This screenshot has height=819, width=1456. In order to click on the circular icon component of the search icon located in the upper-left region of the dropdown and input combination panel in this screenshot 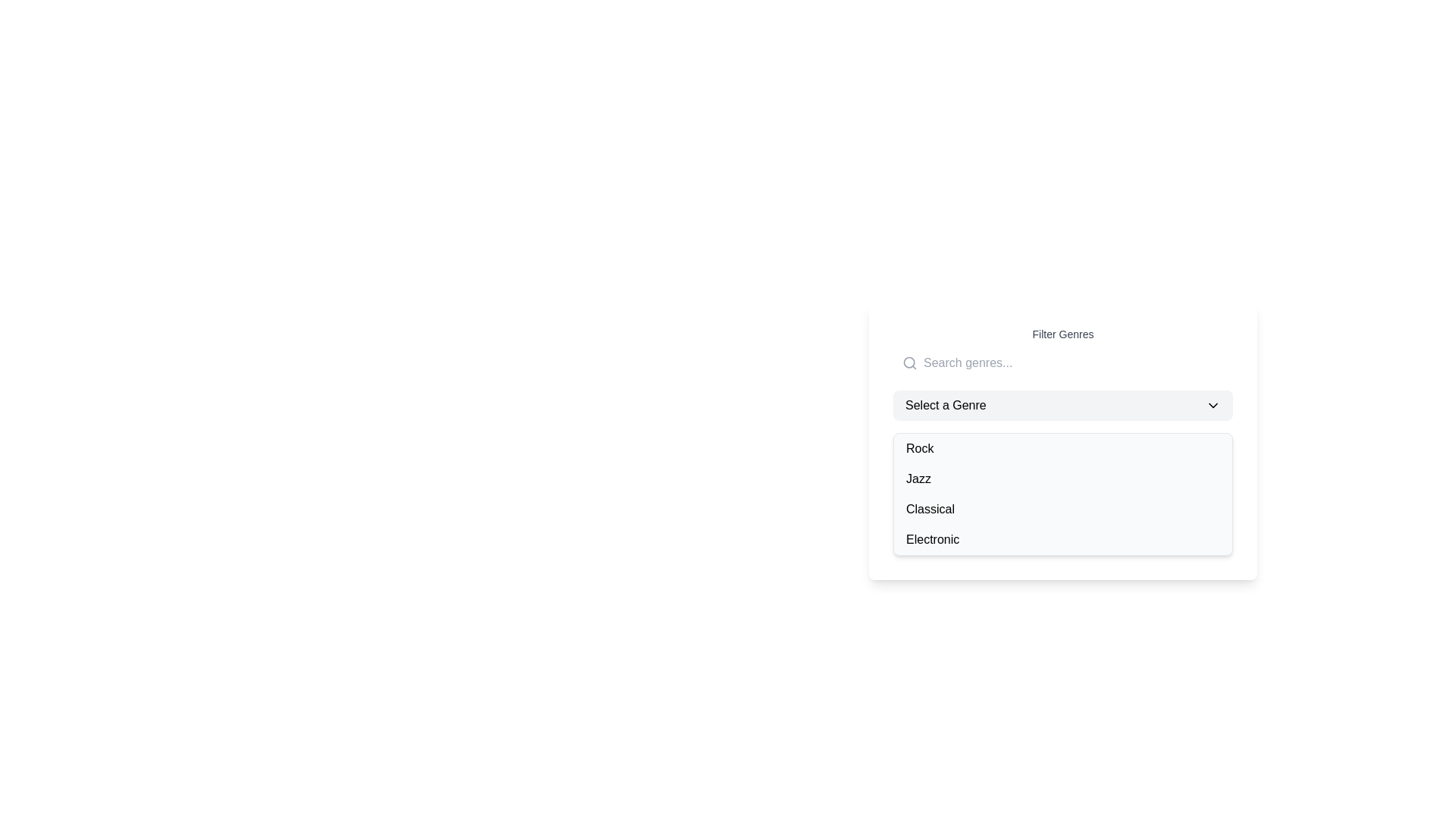, I will do `click(909, 362)`.